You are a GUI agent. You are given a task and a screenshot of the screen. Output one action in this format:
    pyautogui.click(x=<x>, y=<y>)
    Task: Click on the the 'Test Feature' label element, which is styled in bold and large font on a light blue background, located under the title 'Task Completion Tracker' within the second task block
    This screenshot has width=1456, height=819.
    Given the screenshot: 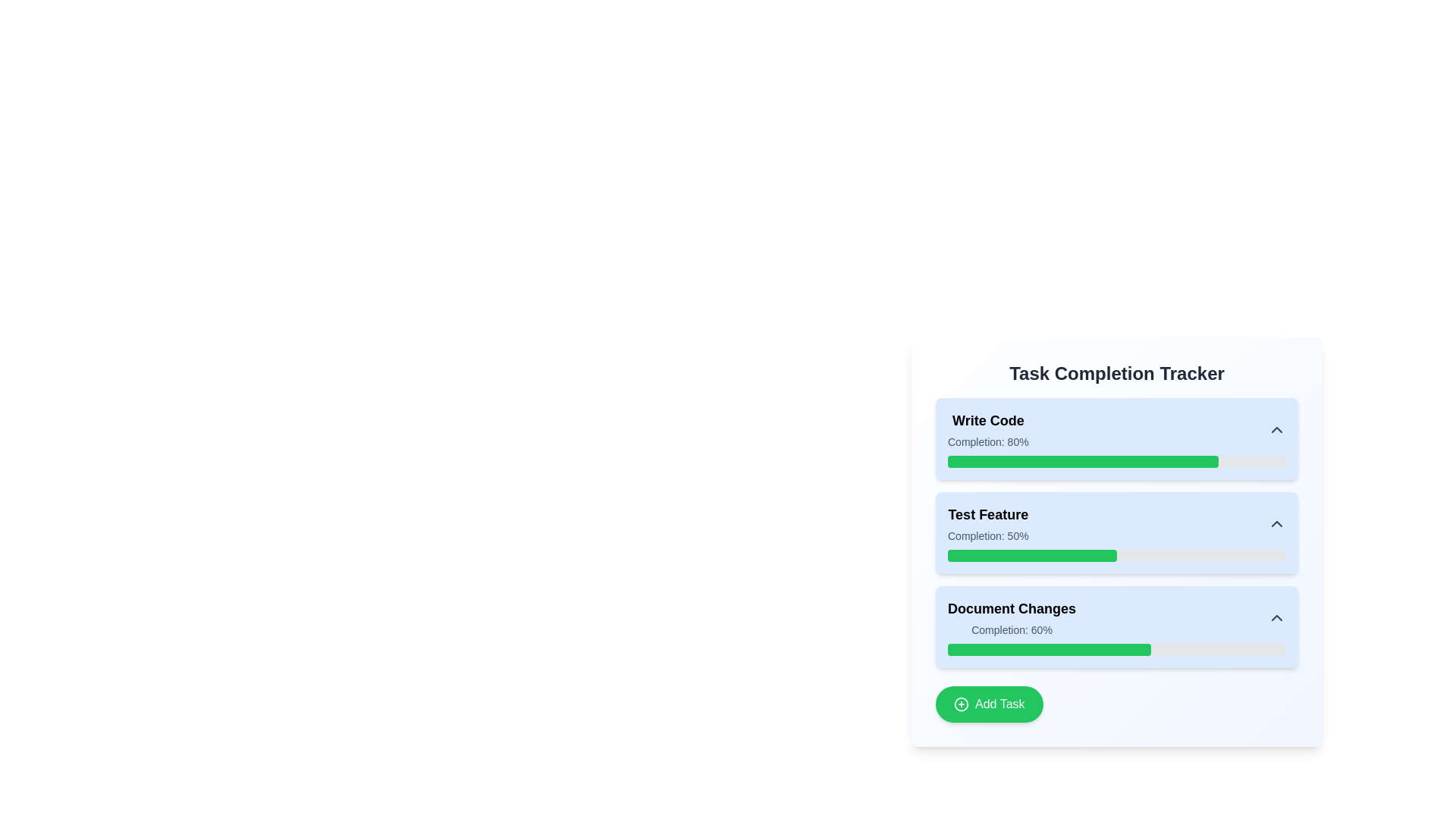 What is the action you would take?
    pyautogui.click(x=988, y=513)
    